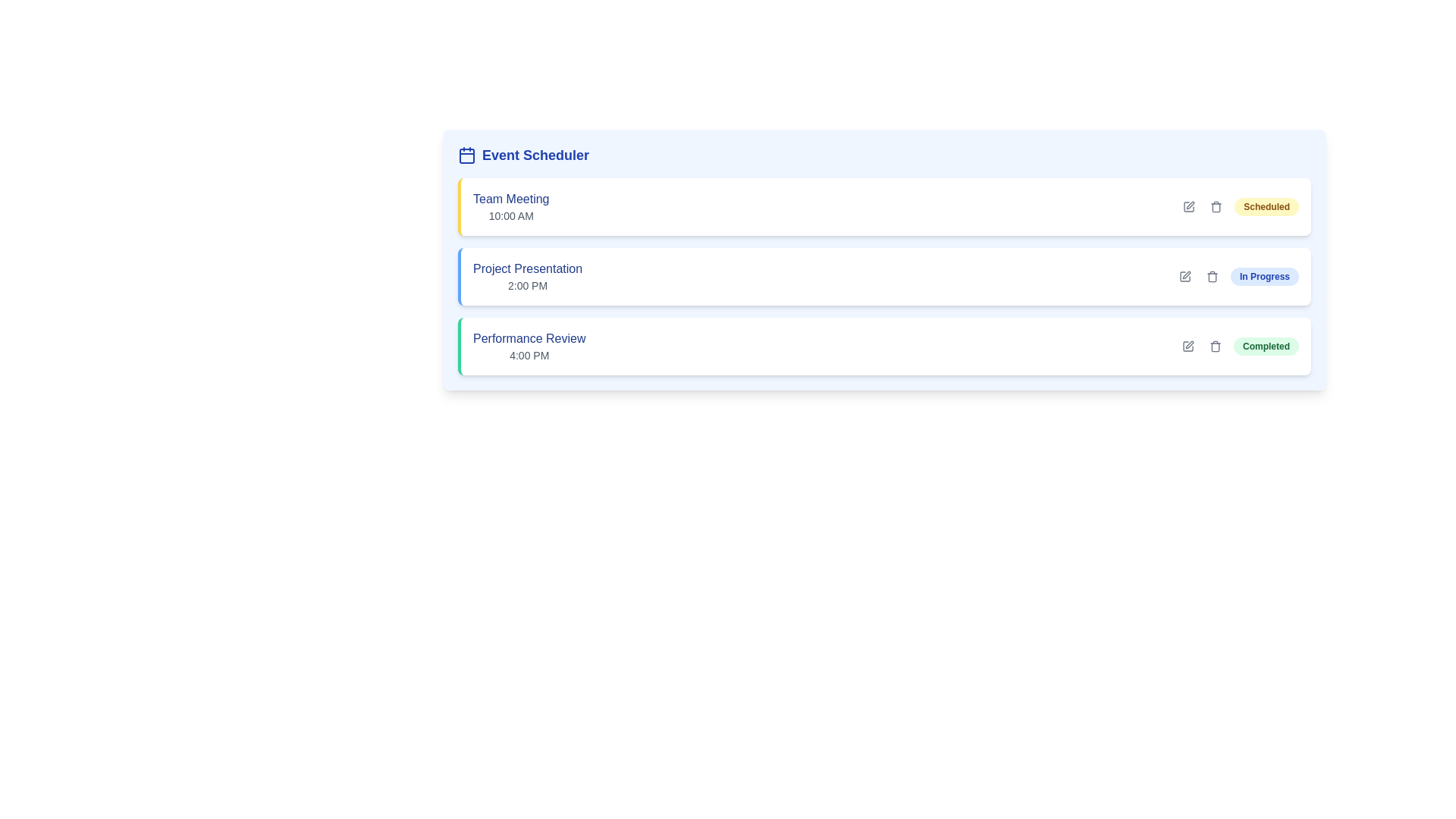  Describe the element at coordinates (1239, 207) in the screenshot. I see `the 'Scheduled' status indicator, which is a small, rounded rectangle with yellow-brown text and a light yellow background, located in the upper-right section of the 'Team Meeting' card, after the edit and delete buttons` at that location.